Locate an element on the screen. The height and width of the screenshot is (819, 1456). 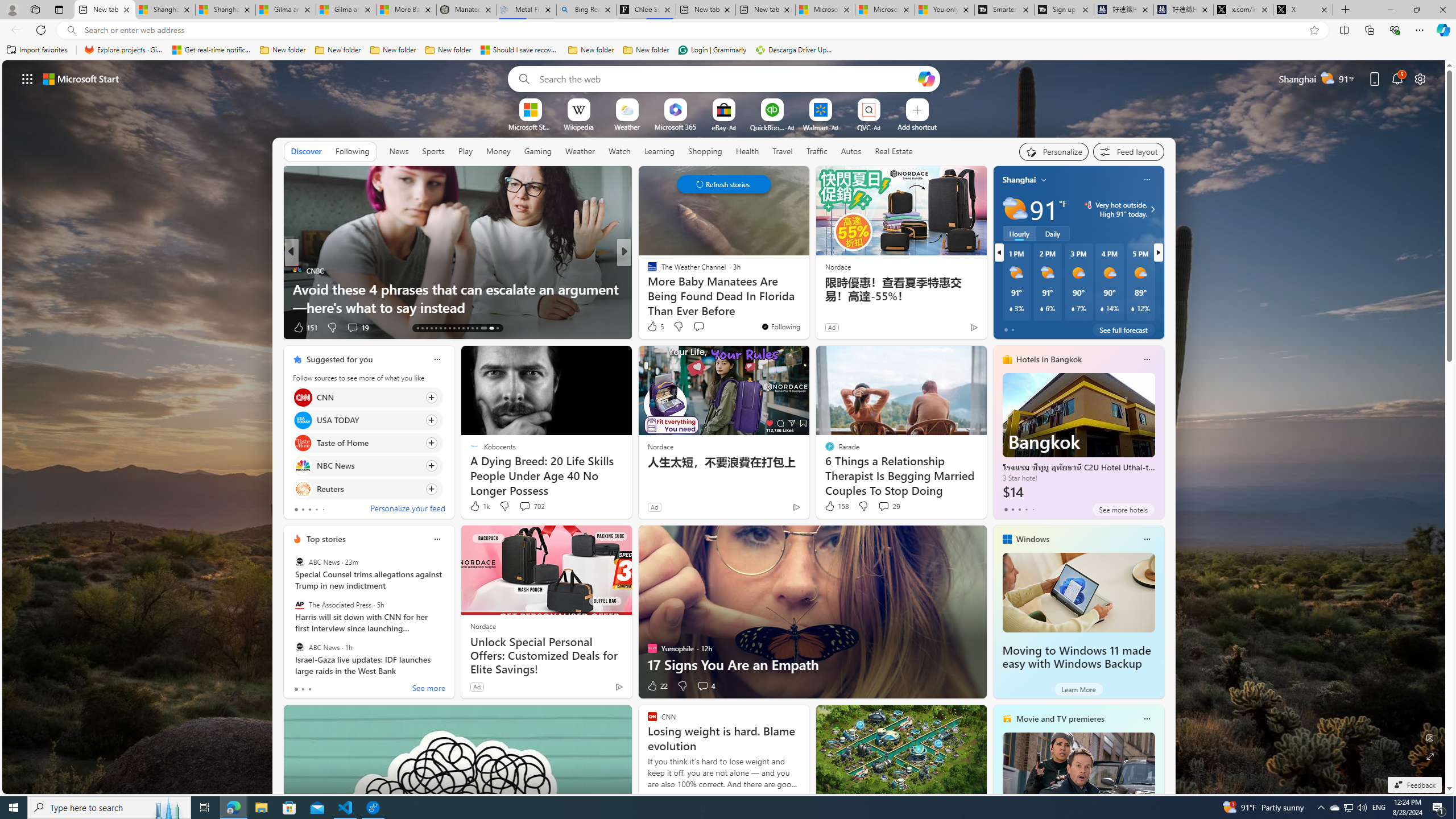
'USA TODAY' is located at coordinates (302, 419).